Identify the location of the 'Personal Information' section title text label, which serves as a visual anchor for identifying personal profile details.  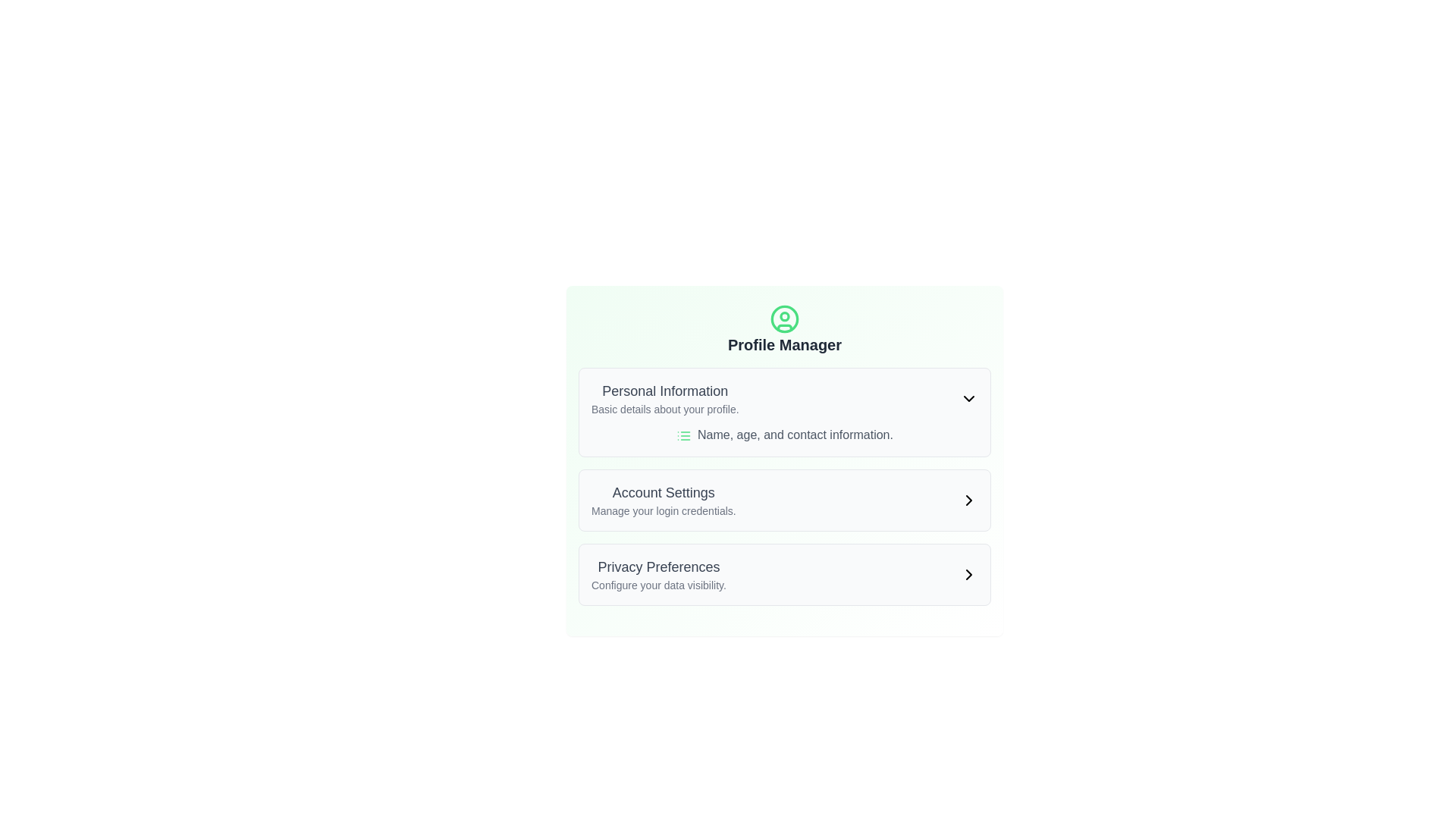
(665, 391).